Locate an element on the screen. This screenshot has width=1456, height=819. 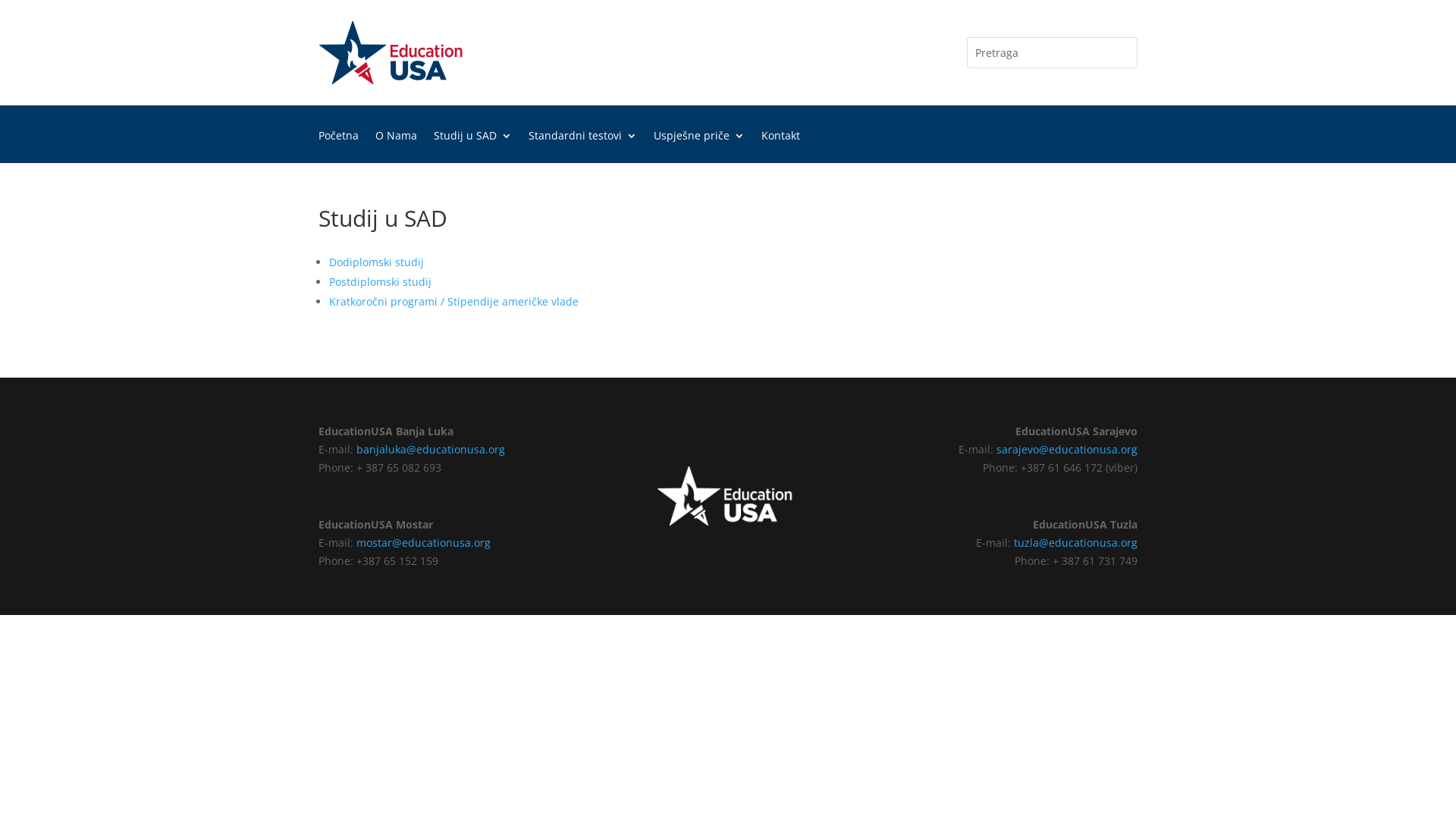
'Kontakt' is located at coordinates (780, 146).